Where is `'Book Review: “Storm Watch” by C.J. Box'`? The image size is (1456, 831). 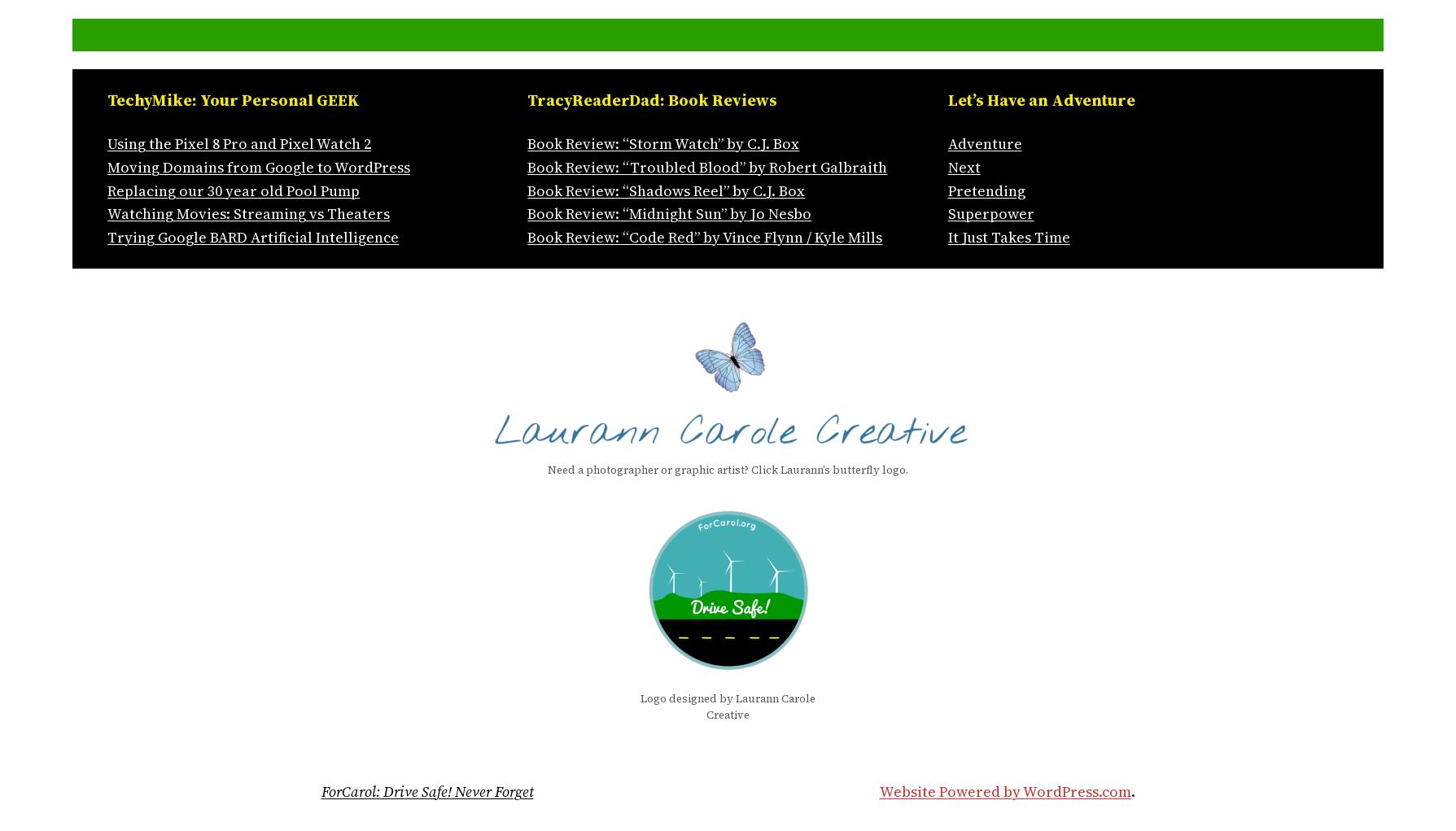
'Book Review: “Storm Watch” by C.J. Box' is located at coordinates (663, 142).